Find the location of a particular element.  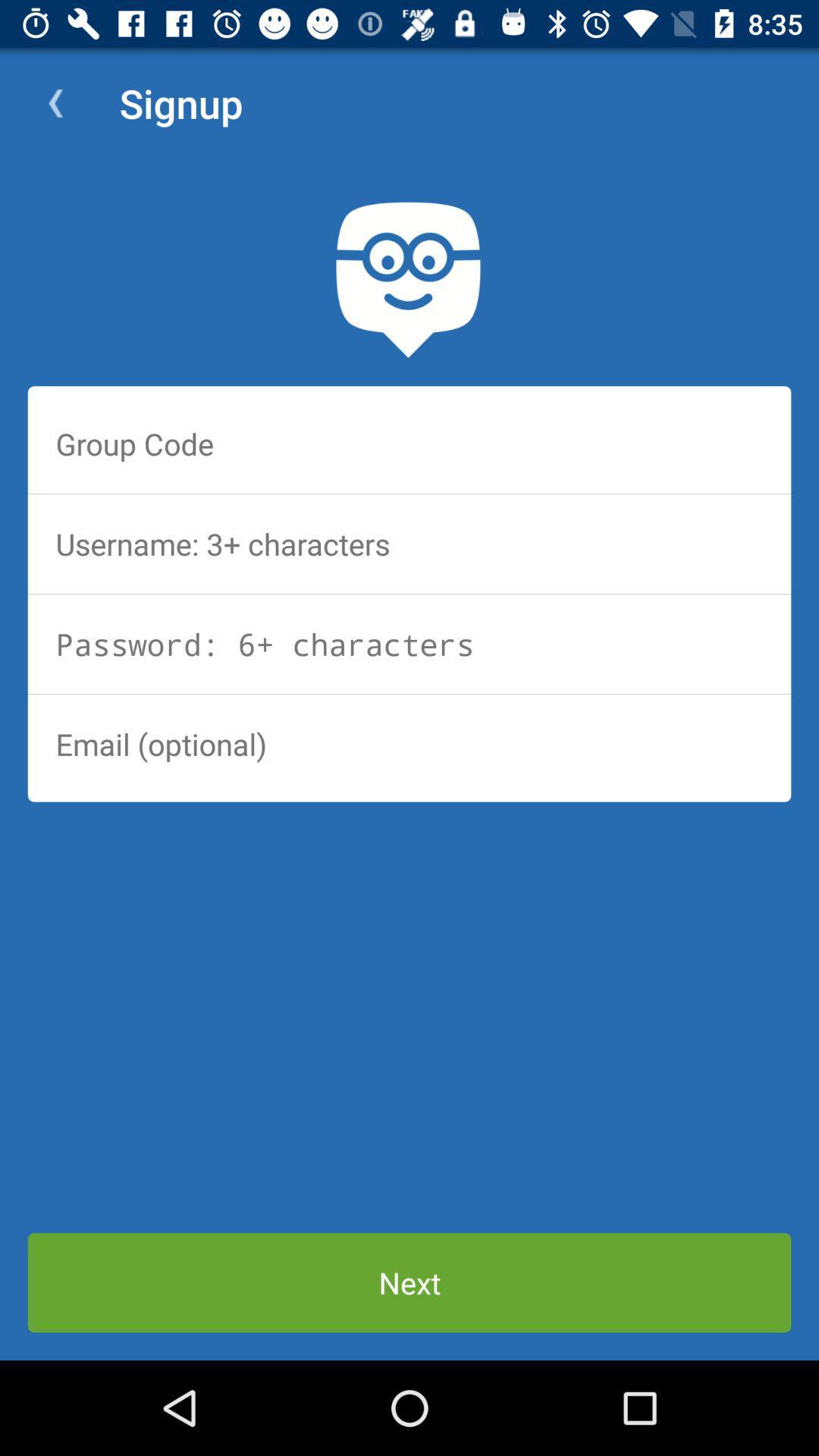

username entry is located at coordinates (409, 544).